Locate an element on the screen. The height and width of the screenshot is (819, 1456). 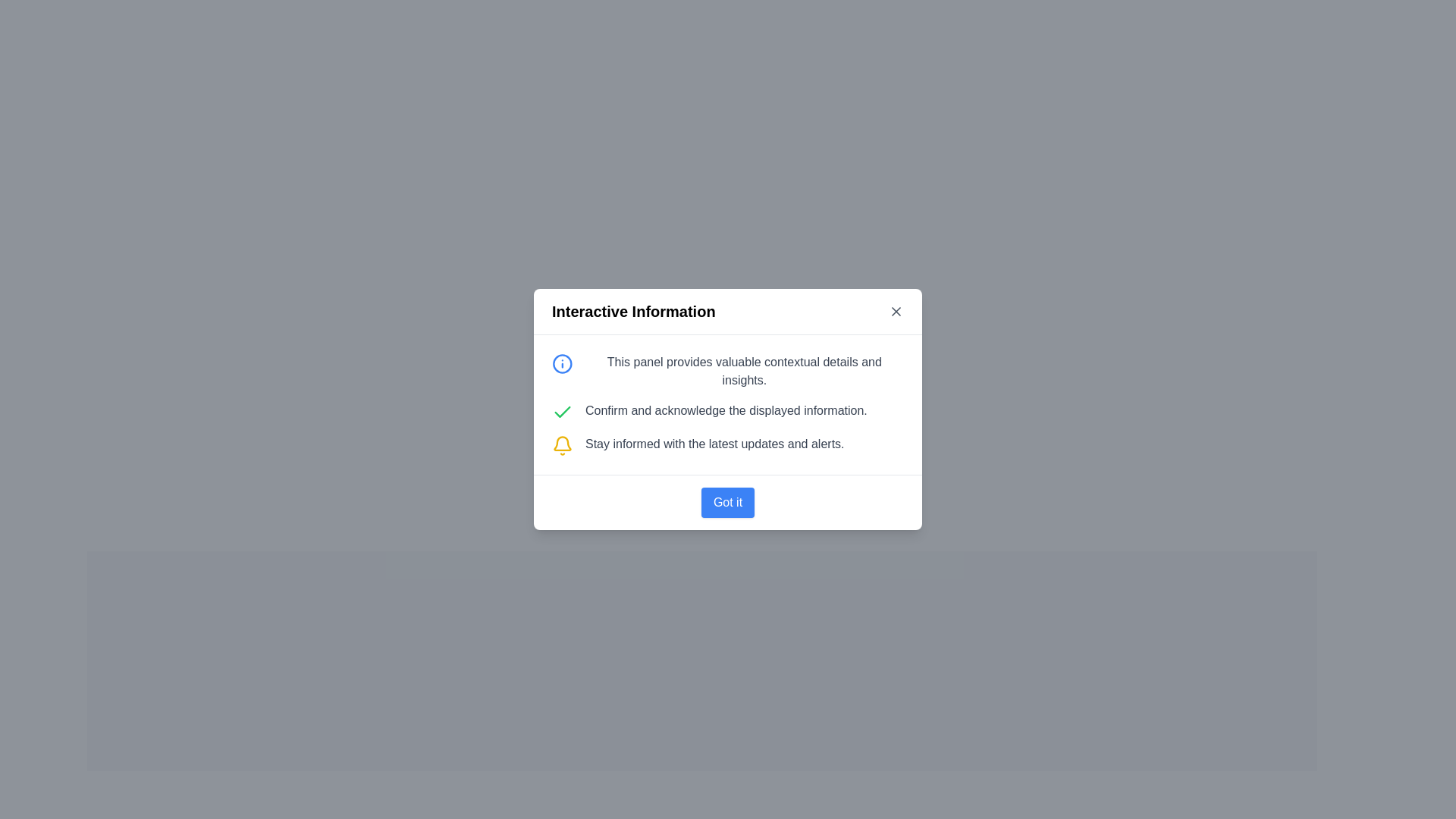
informative text block located at the bottom of the displayed panel, specifically the third information row, which includes a bell icon indicating alerts is located at coordinates (728, 444).